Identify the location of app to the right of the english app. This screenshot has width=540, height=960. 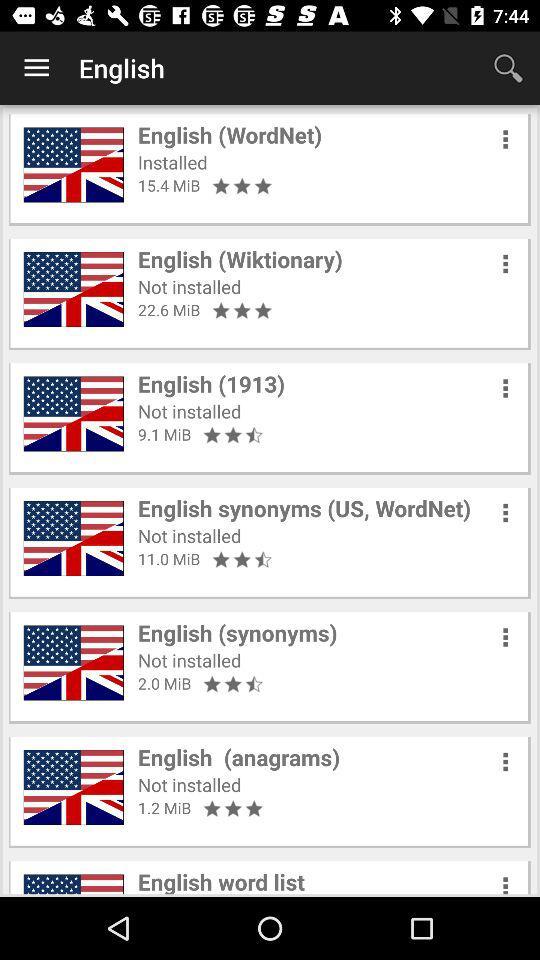
(508, 68).